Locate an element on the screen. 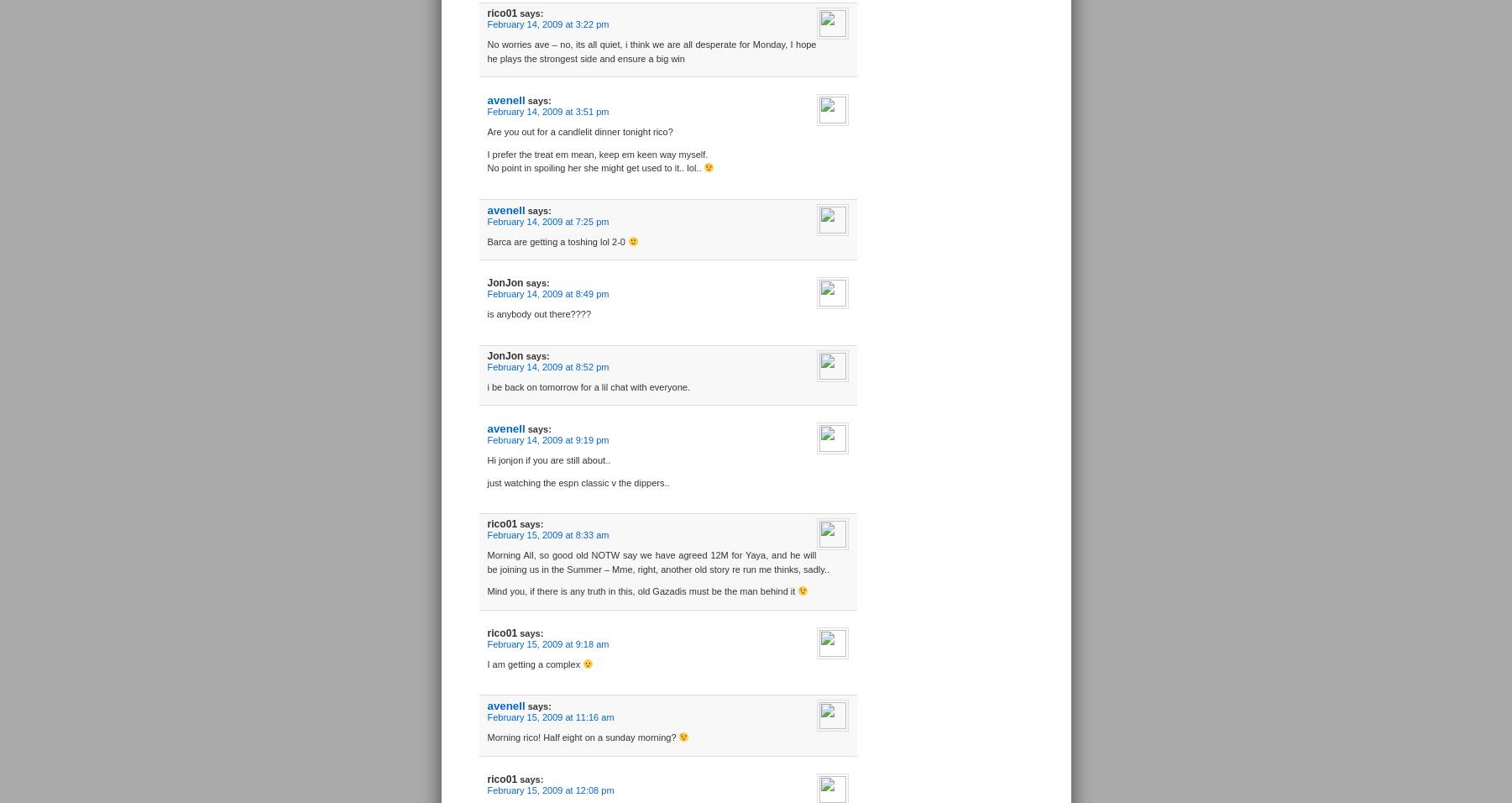 This screenshot has width=1512, height=803. 'I prefer the treat em mean, keep em keen way myself.' is located at coordinates (597, 153).